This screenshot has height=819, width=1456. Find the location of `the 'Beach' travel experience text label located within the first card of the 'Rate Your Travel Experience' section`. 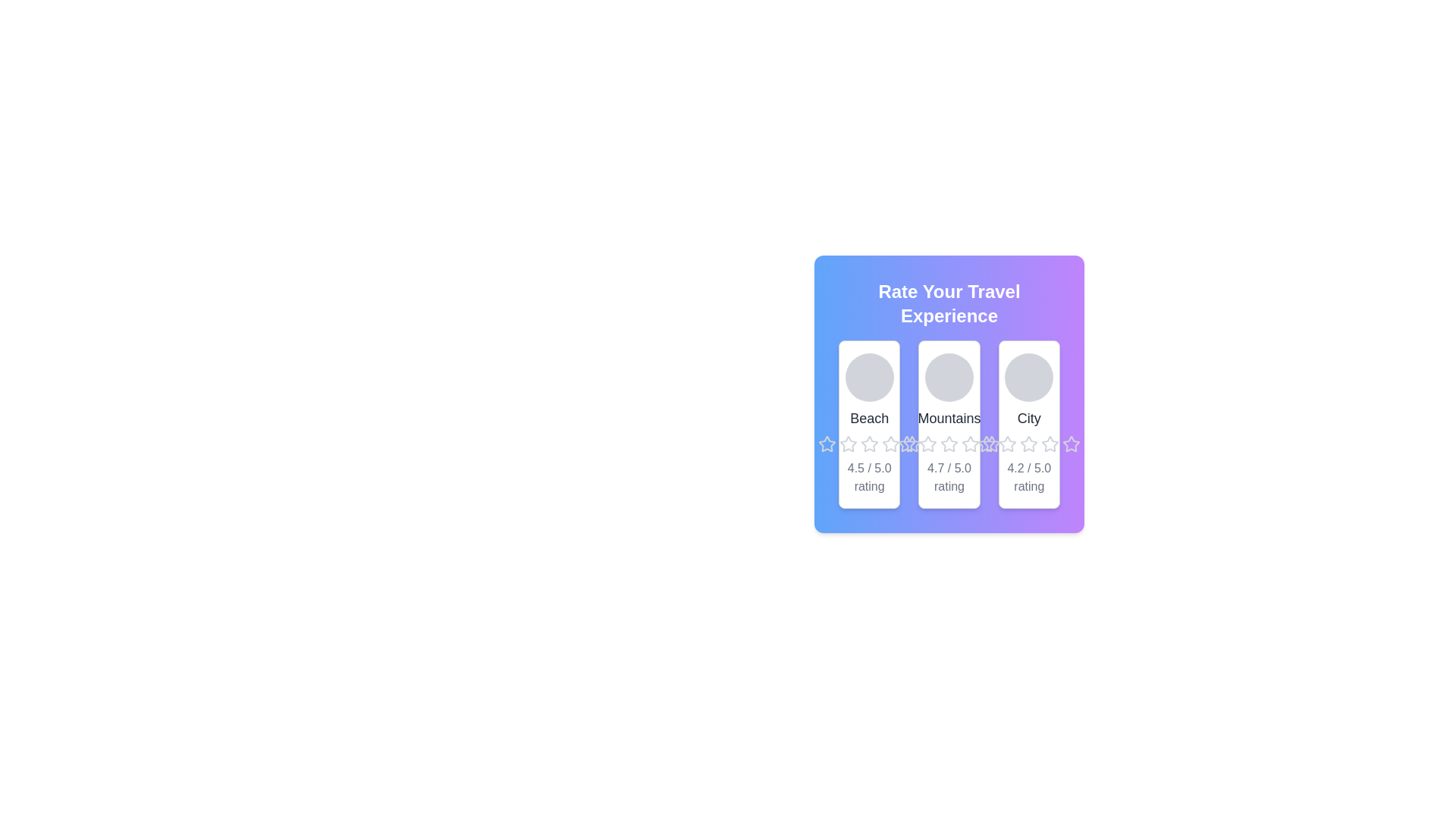

the 'Beach' travel experience text label located within the first card of the 'Rate Your Travel Experience' section is located at coordinates (869, 418).